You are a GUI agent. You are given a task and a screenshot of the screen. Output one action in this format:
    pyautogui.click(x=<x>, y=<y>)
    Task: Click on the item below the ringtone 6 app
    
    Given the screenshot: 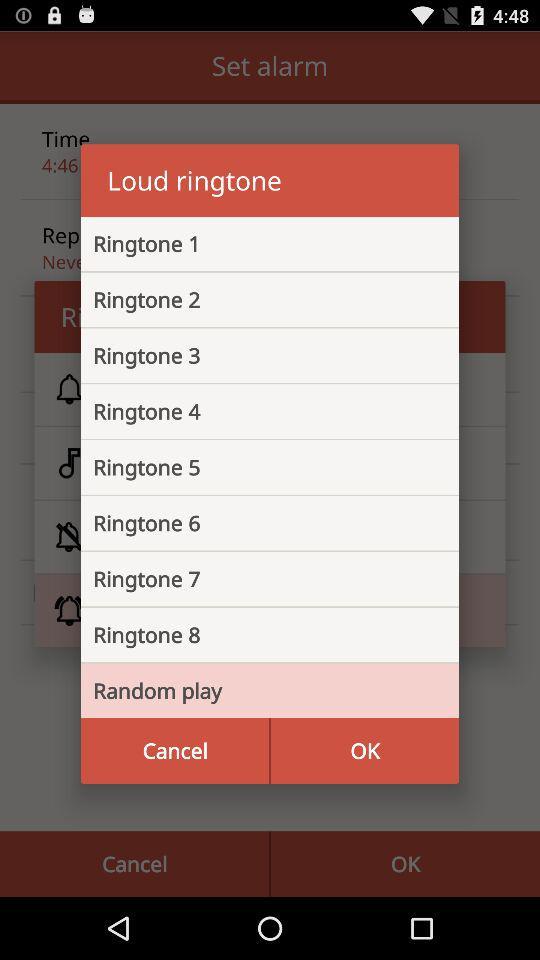 What is the action you would take?
    pyautogui.click(x=254, y=579)
    